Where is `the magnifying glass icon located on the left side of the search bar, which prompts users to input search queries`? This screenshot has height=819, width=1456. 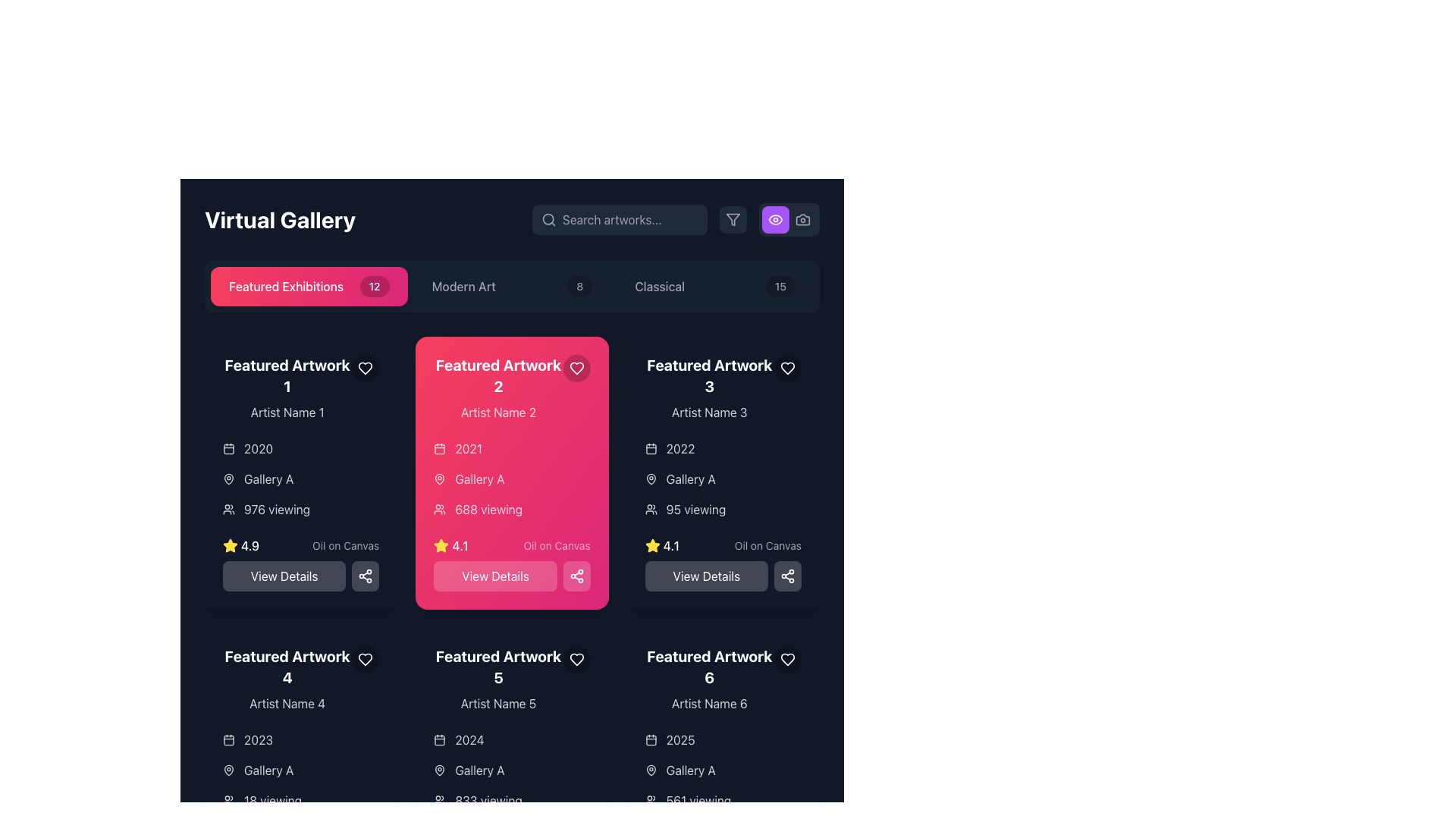
the magnifying glass icon located on the left side of the search bar, which prompts users to input search queries is located at coordinates (548, 219).